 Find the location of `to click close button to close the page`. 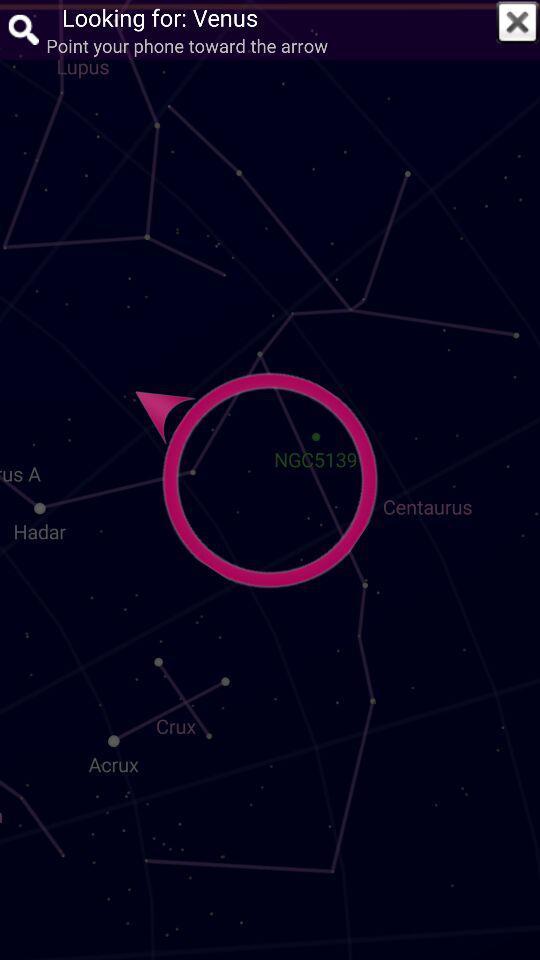

to click close button to close the page is located at coordinates (517, 21).